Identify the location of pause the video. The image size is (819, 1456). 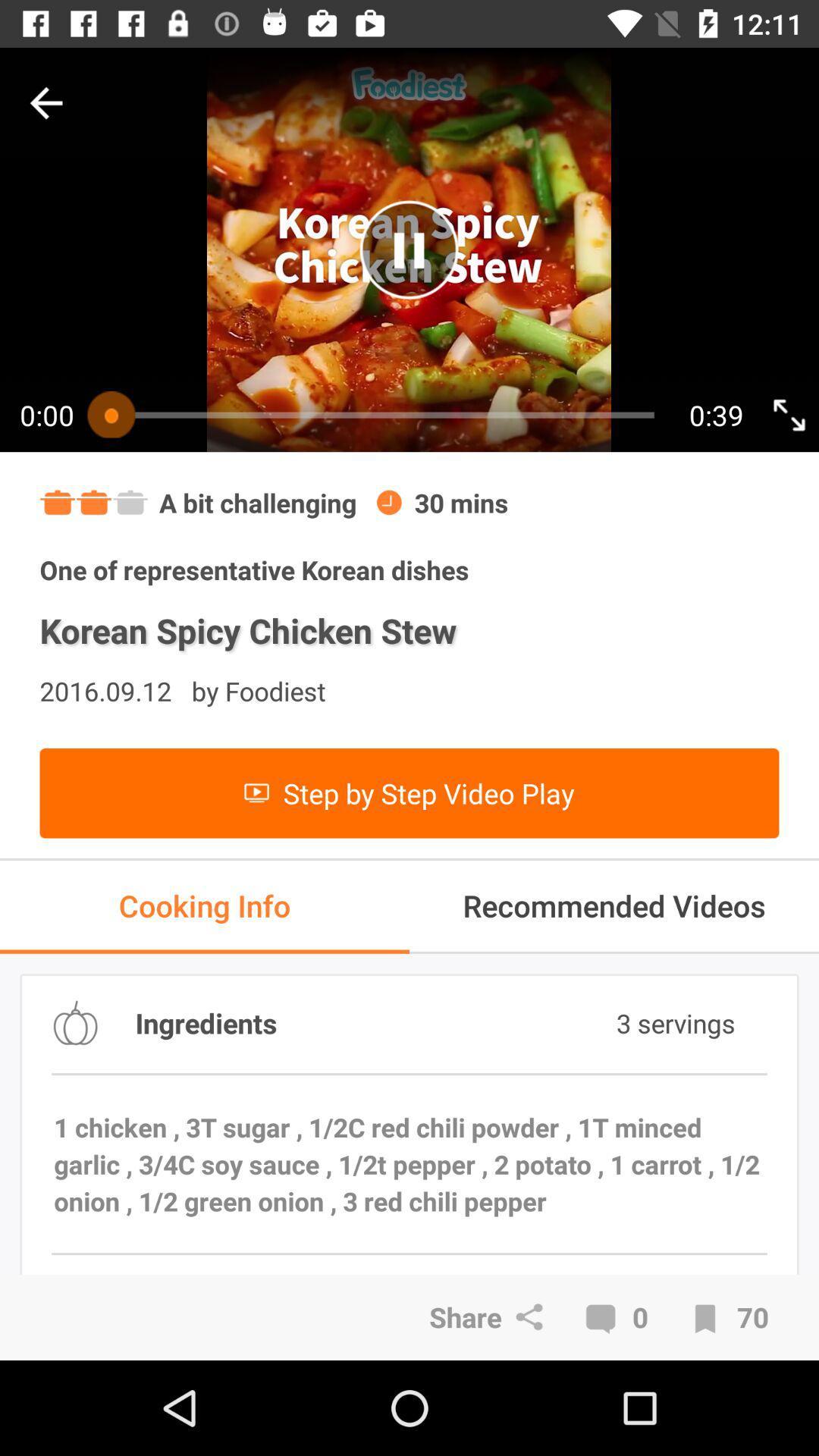
(408, 249).